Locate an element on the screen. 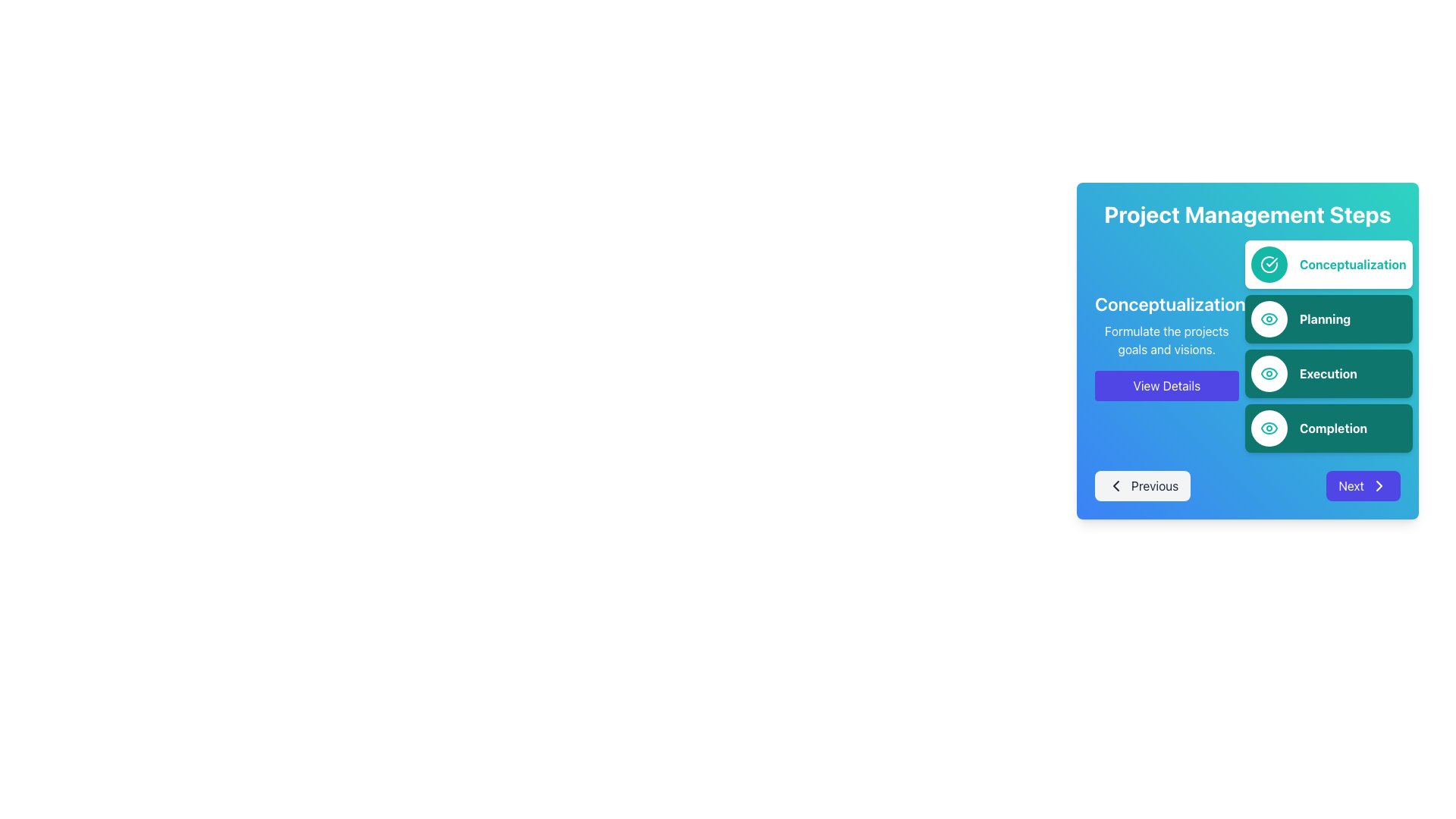  the circular informational icon with a teal eye symbol in the 'Project Management Steps' sidebar, positioned as the third element in the sequence is located at coordinates (1269, 374).